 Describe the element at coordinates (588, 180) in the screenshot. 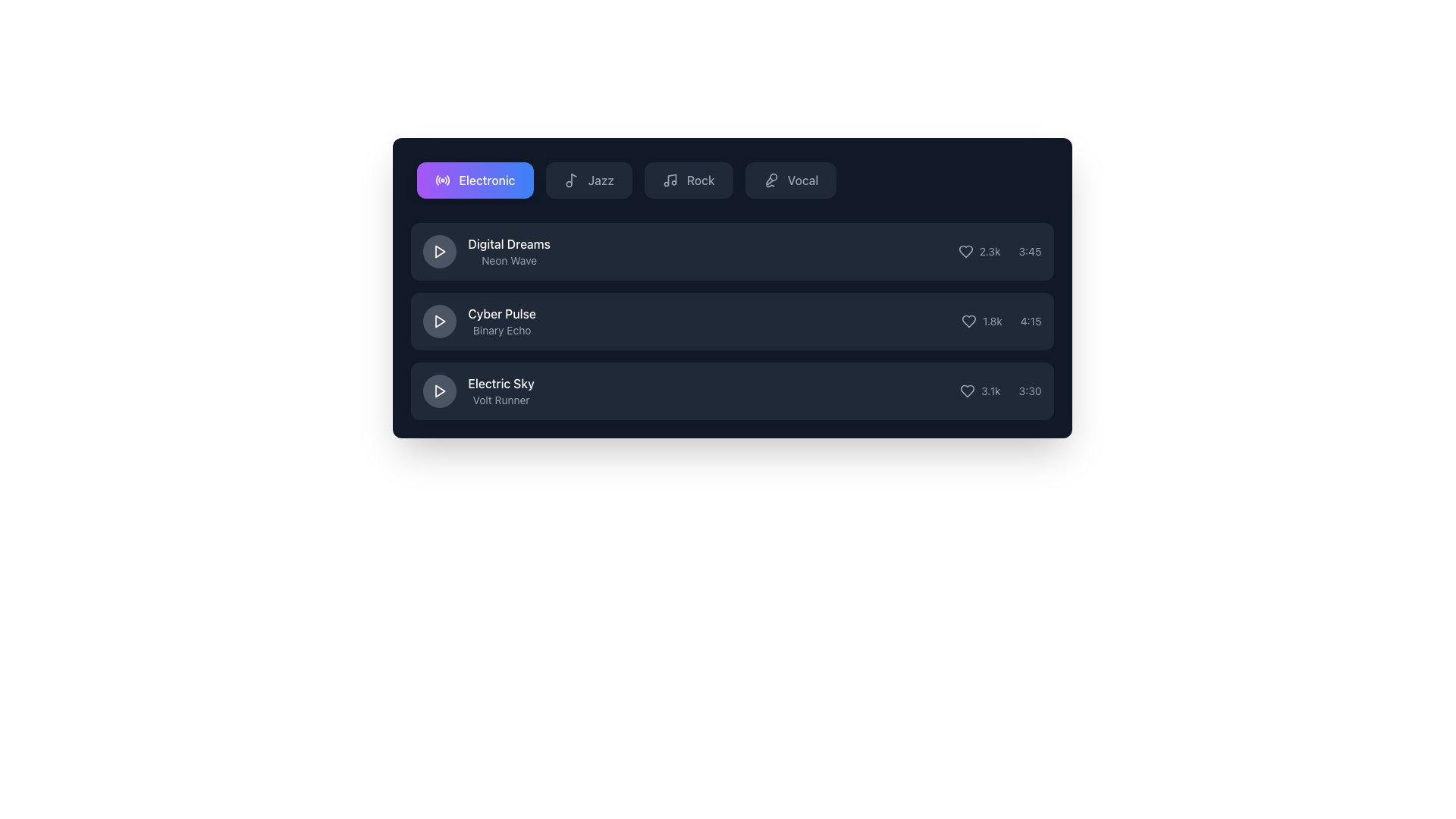

I see `the button labeled 'Jazz'` at that location.